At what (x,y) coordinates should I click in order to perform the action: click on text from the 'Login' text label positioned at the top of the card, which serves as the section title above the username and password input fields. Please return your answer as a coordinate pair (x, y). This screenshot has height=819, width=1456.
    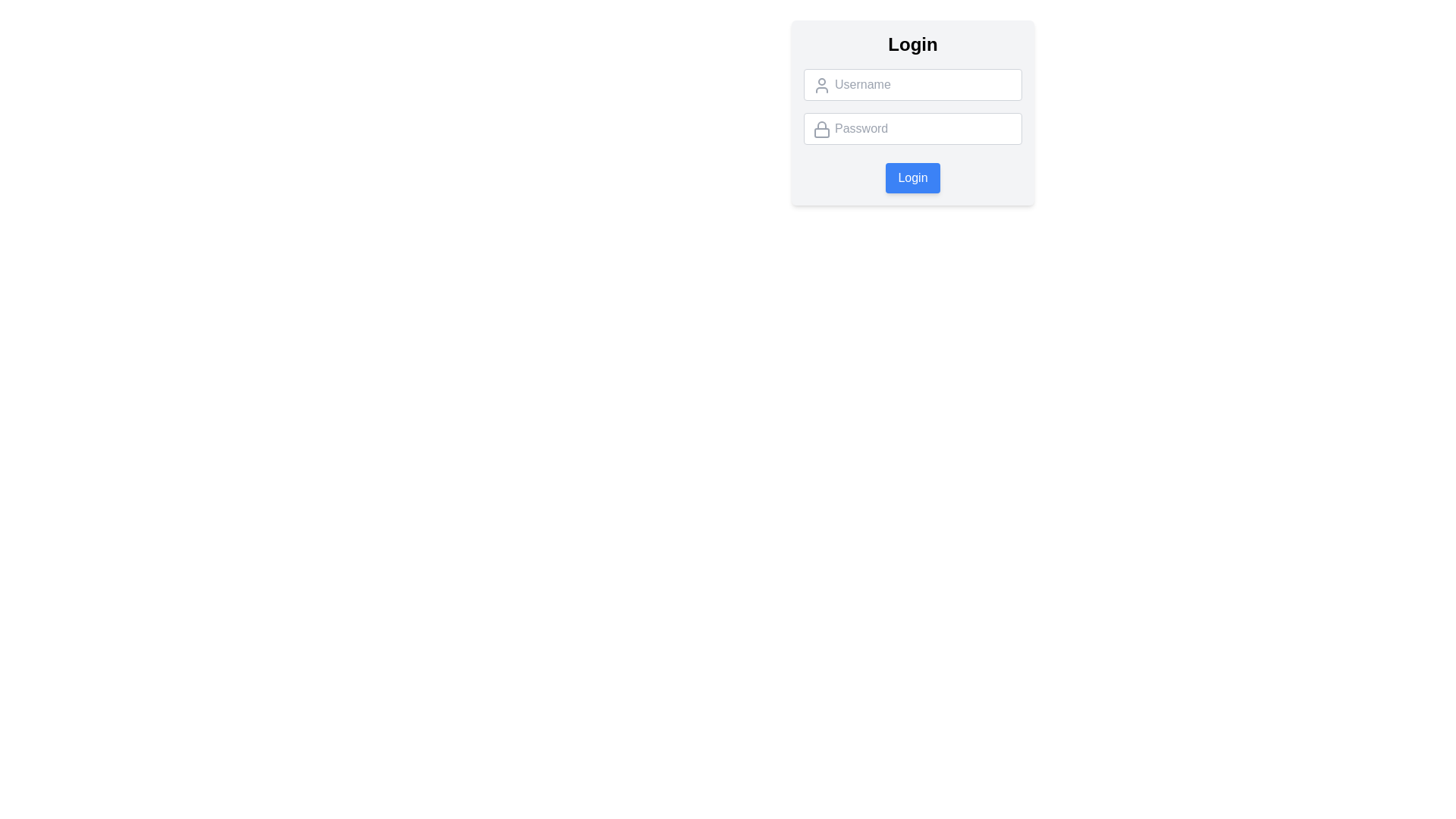
    Looking at the image, I should click on (912, 43).